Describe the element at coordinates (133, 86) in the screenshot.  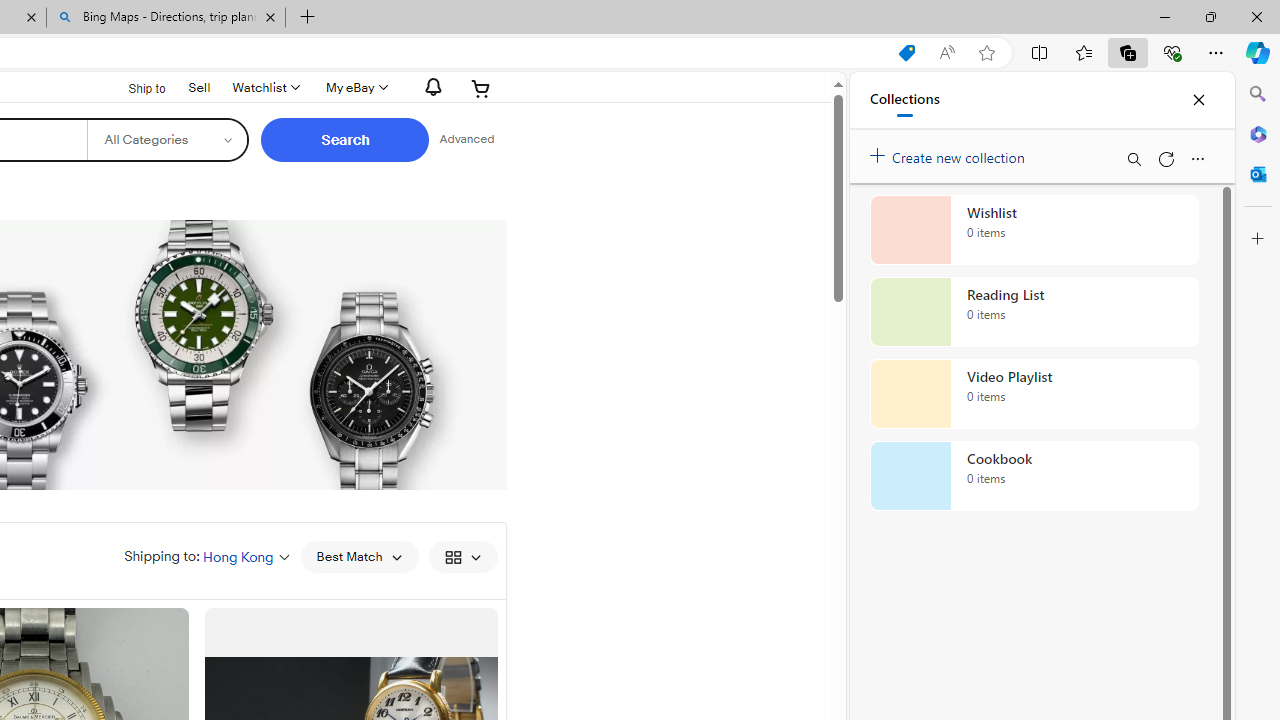
I see `'Ship to'` at that location.